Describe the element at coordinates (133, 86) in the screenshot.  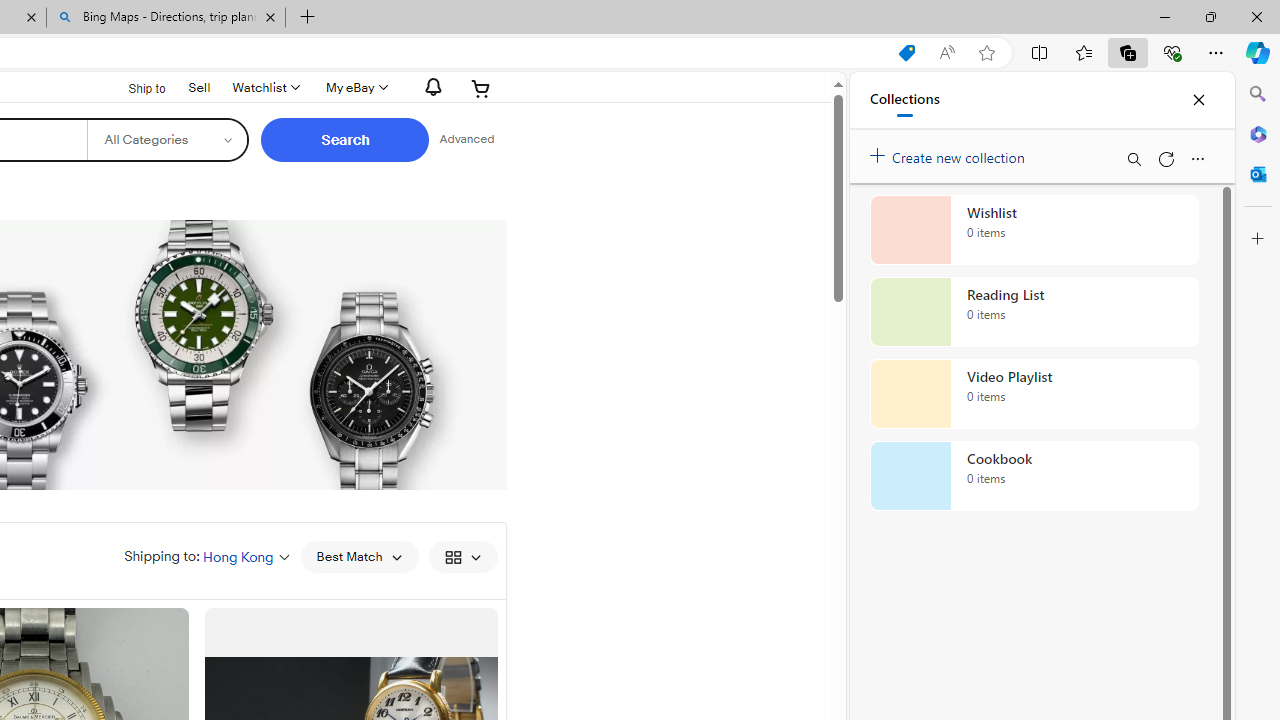
I see `'Ship to'` at that location.